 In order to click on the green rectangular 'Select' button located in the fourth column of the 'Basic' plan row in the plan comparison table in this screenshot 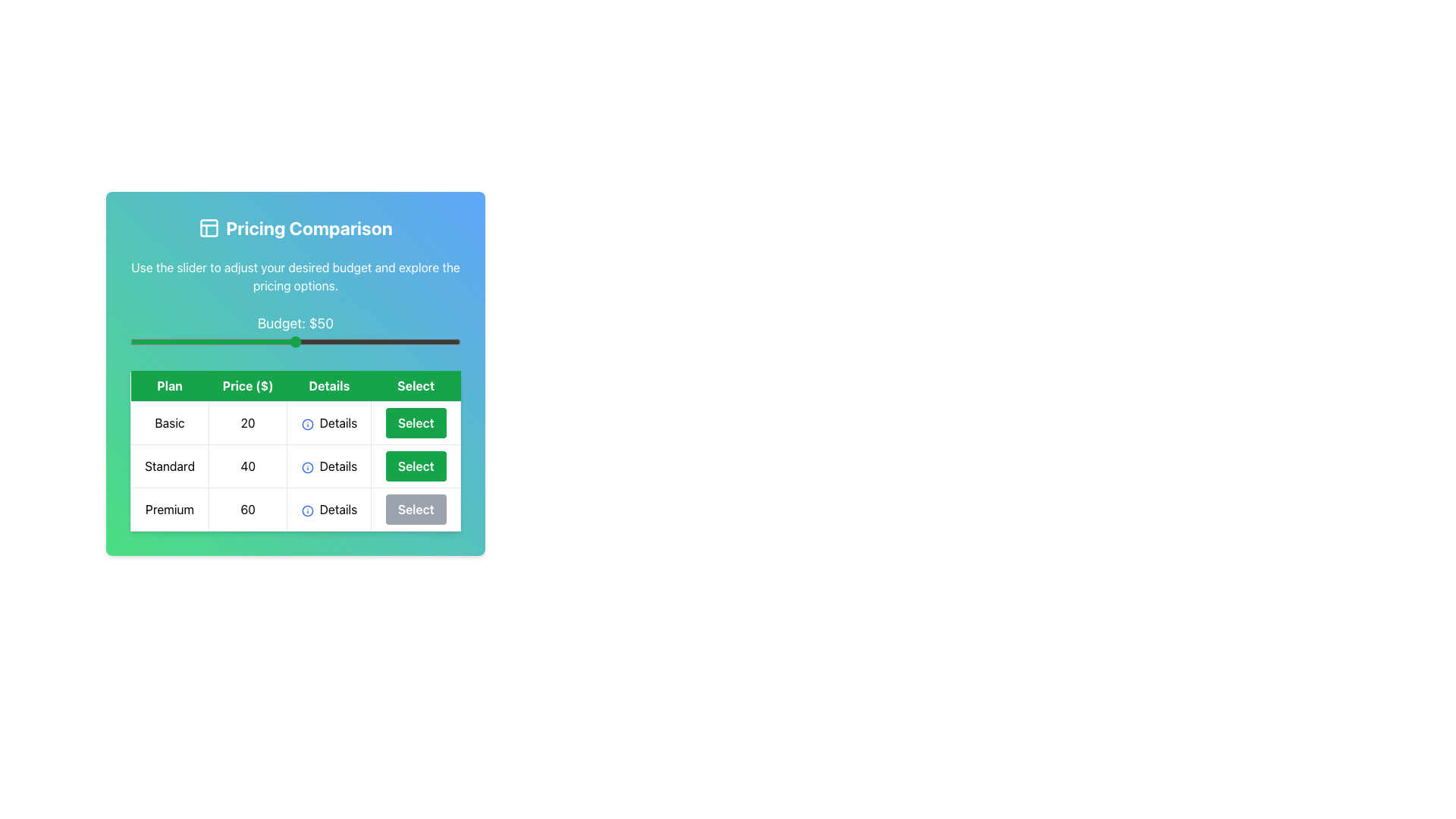, I will do `click(416, 423)`.